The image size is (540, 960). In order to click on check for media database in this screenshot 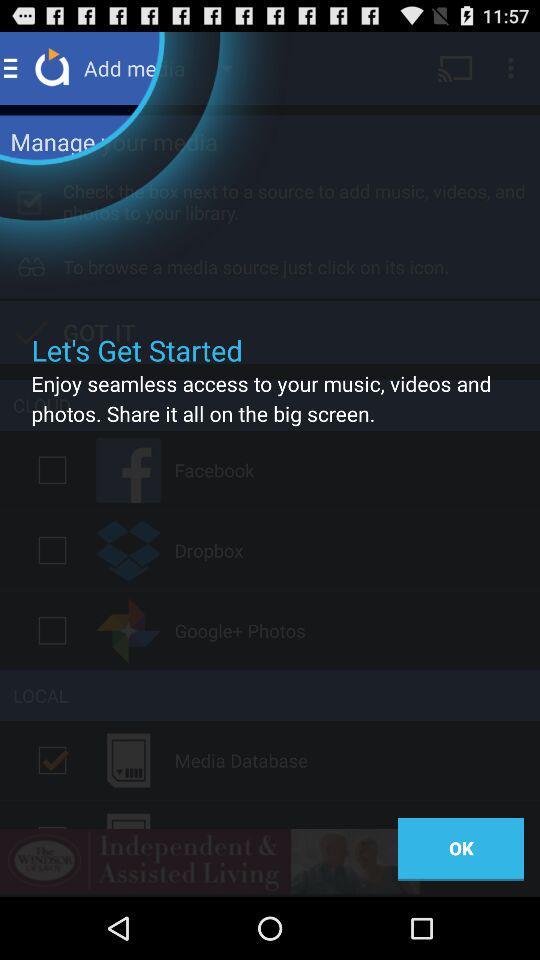, I will do `click(52, 759)`.